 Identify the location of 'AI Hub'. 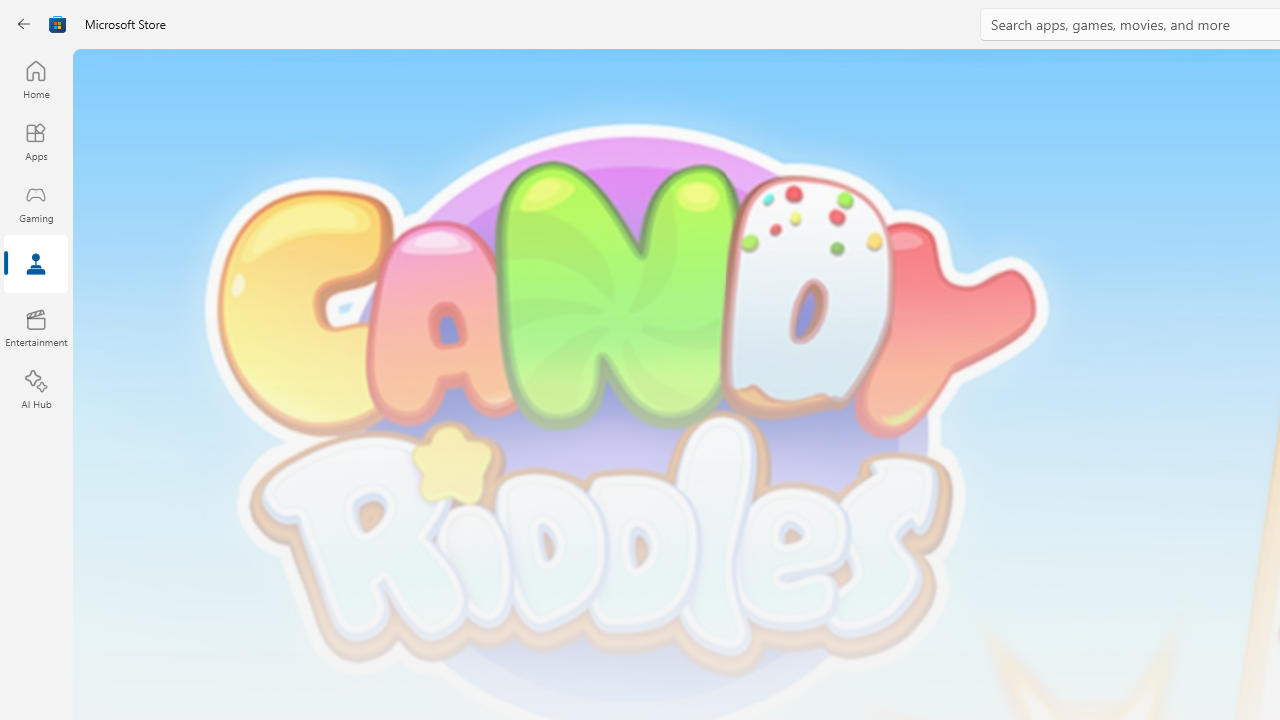
(35, 390).